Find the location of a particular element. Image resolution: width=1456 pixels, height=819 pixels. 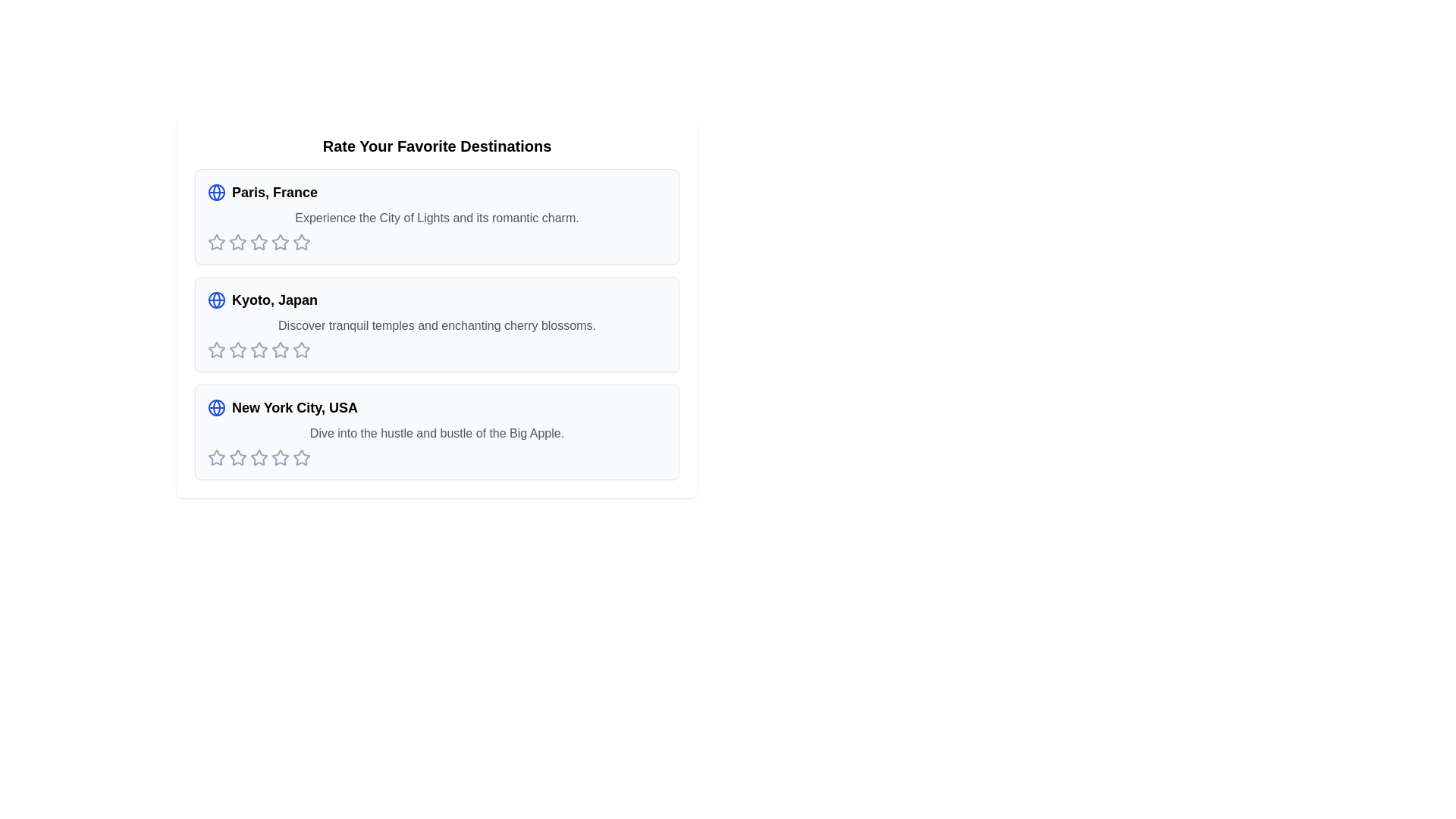

the second star icon in the rating system located under the title 'Paris, France' on the topmost card is located at coordinates (259, 241).